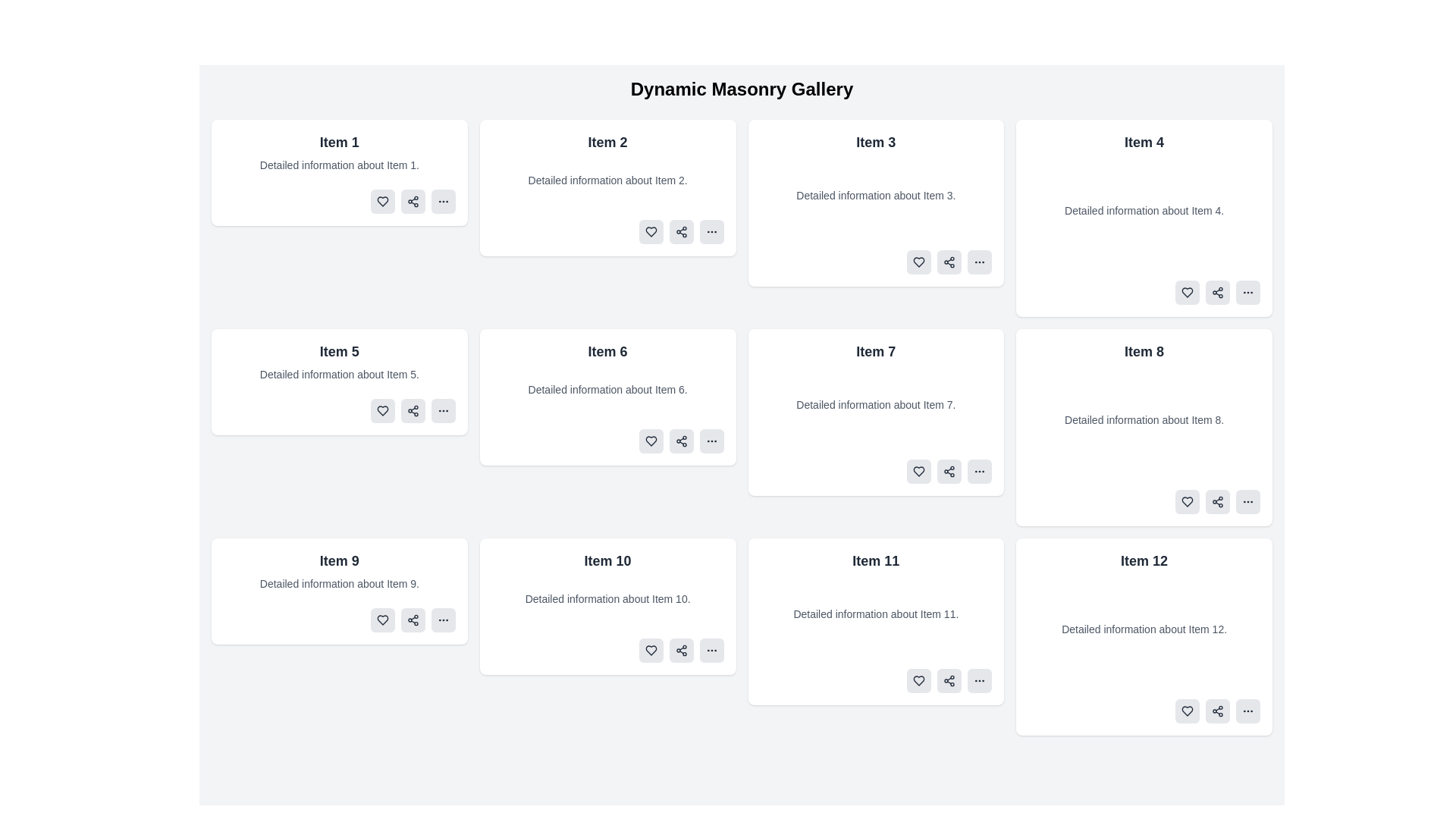  Describe the element at coordinates (1248, 292) in the screenshot. I see `the button located at the far-right of the action button group under the 'Item 4' card` at that location.